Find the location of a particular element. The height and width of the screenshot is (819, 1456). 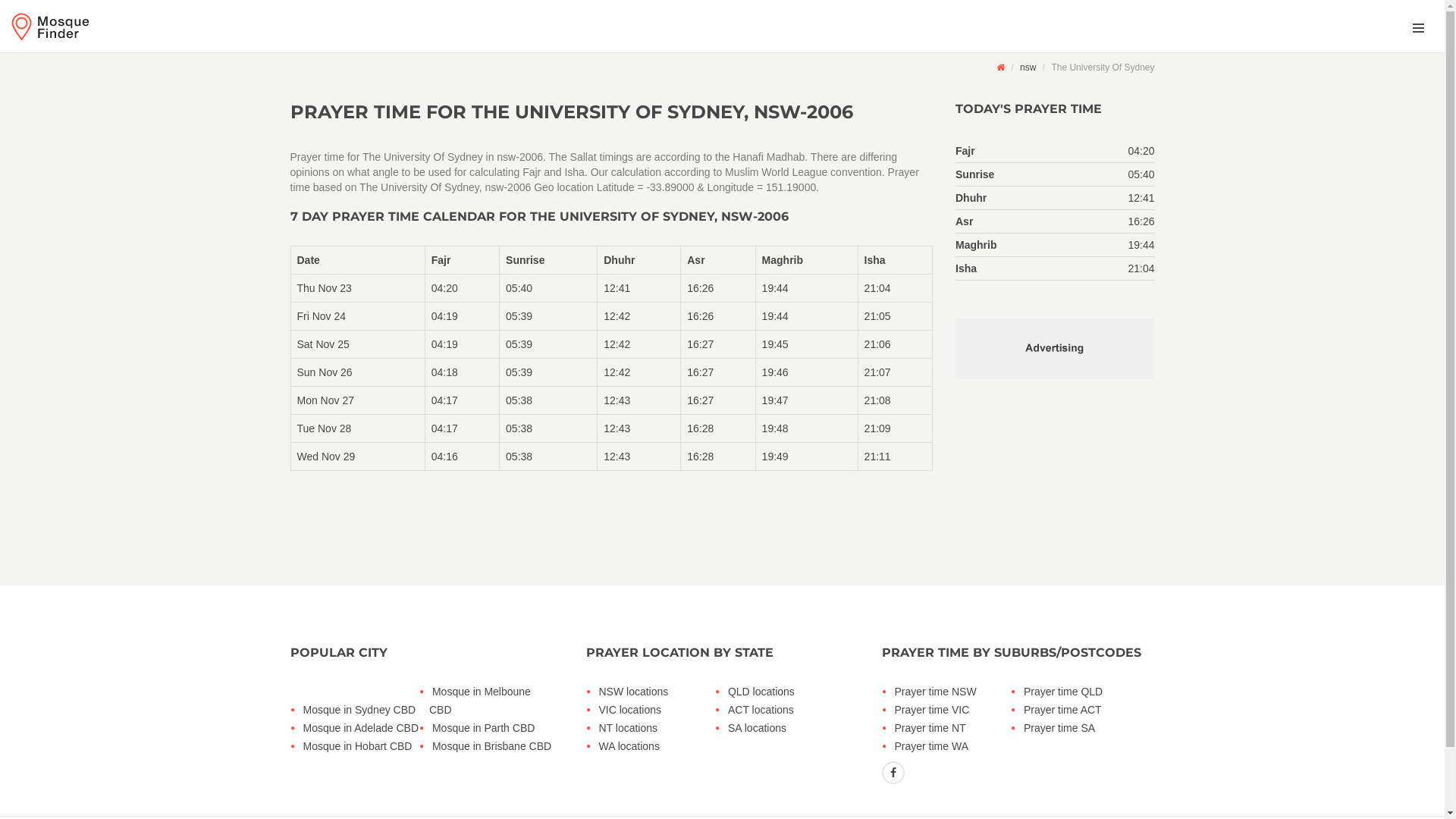

'Mosque in Melboune CBD' is located at coordinates (428, 701).